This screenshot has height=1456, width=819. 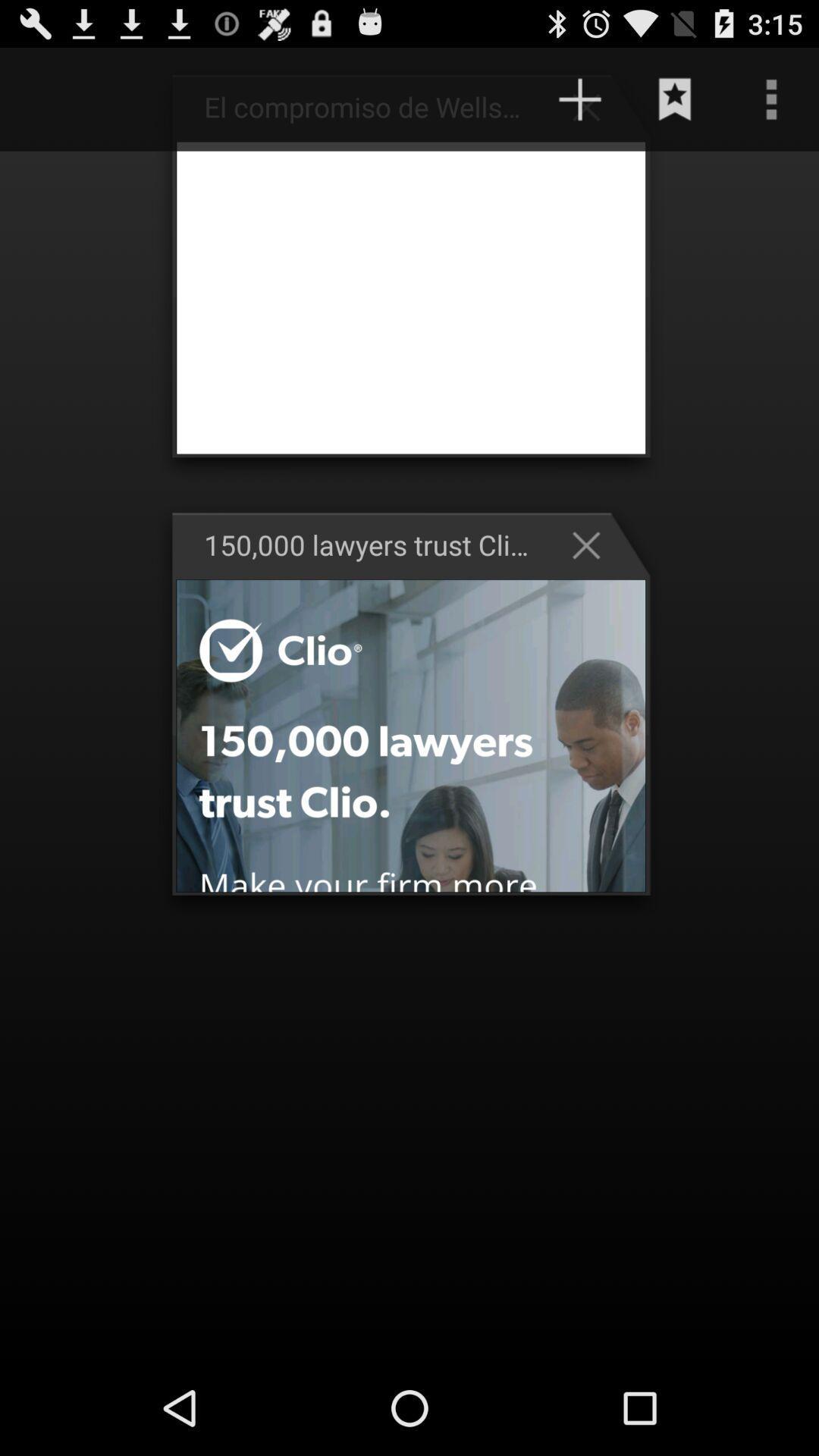 I want to click on x in the second image, so click(x=593, y=545).